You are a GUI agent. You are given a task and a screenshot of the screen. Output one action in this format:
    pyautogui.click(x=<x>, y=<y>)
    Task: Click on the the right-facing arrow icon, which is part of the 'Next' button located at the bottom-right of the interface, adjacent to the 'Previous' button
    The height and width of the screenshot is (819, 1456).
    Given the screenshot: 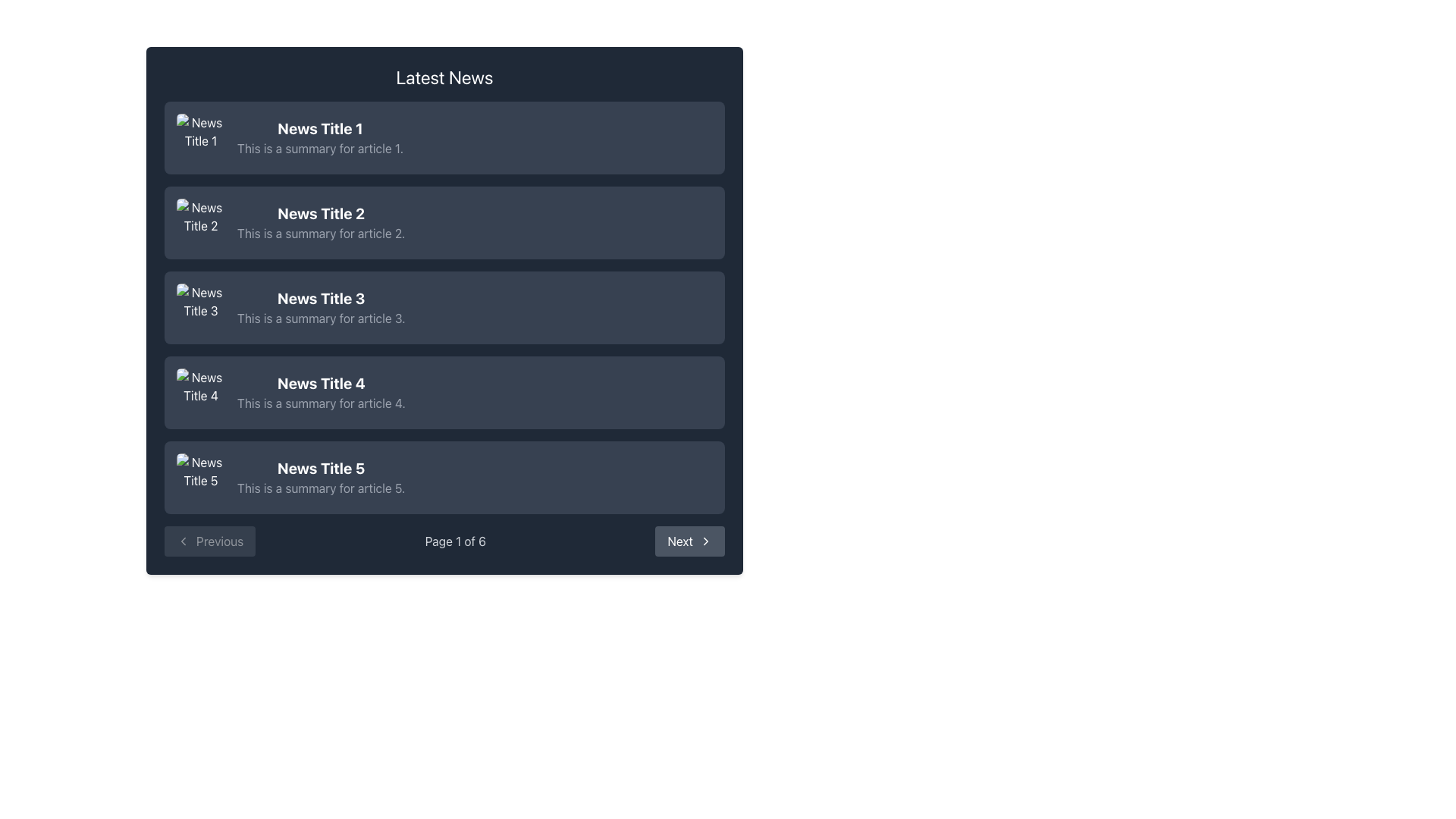 What is the action you would take?
    pyautogui.click(x=705, y=540)
    